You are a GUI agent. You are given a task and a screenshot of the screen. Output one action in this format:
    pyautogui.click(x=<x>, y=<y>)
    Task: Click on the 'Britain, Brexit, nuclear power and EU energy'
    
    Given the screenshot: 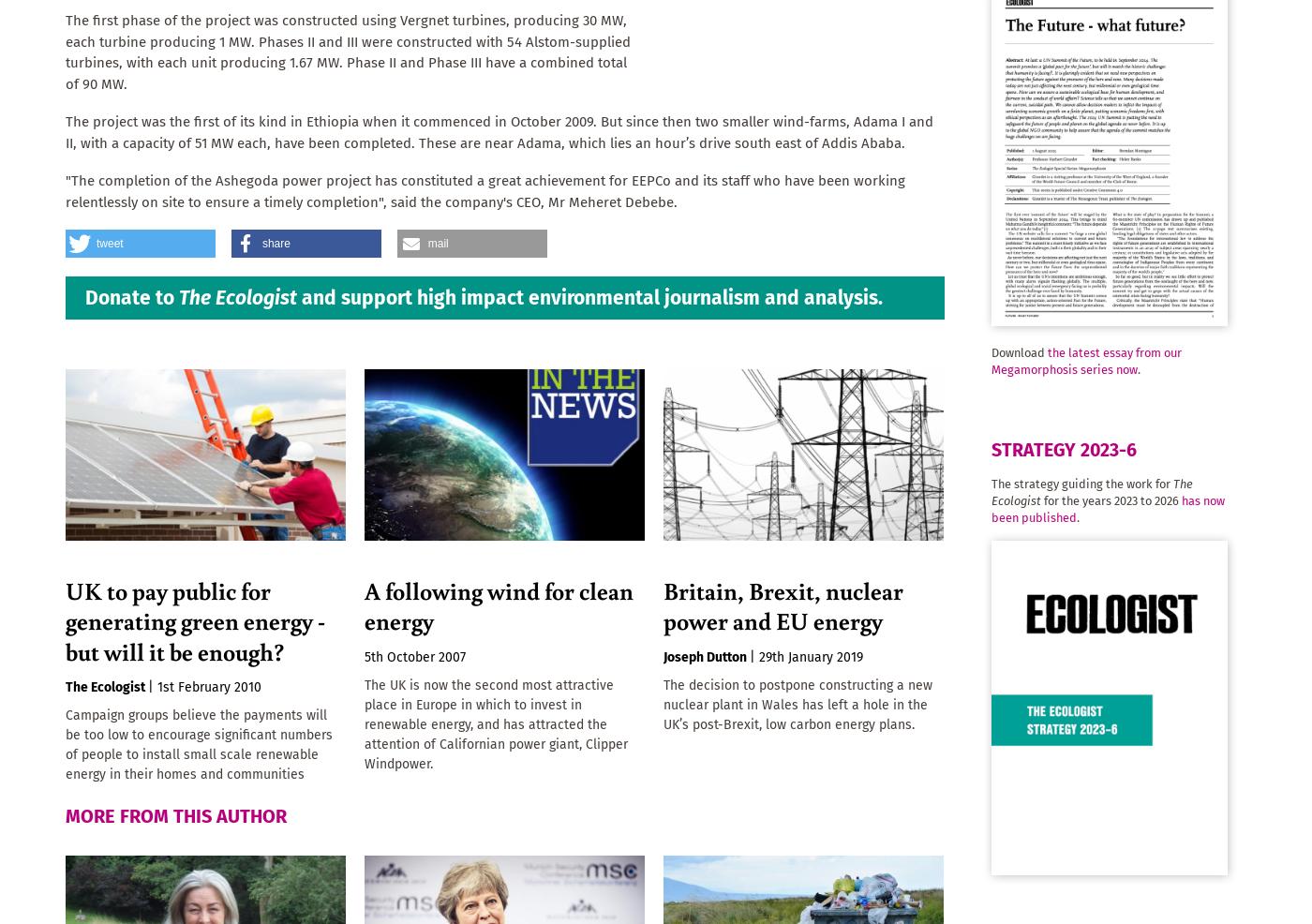 What is the action you would take?
    pyautogui.click(x=783, y=605)
    